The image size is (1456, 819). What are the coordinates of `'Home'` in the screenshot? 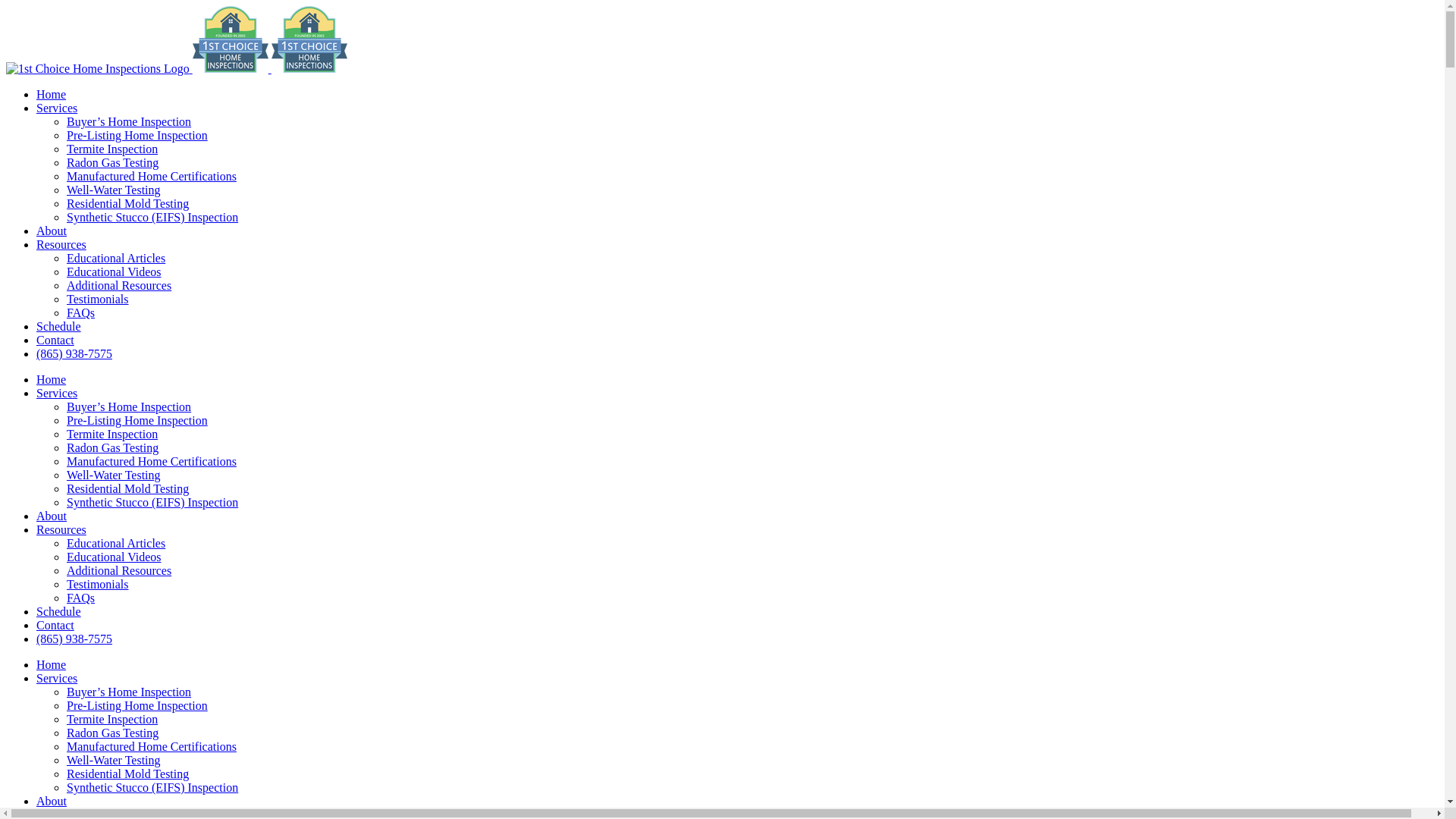 It's located at (51, 378).